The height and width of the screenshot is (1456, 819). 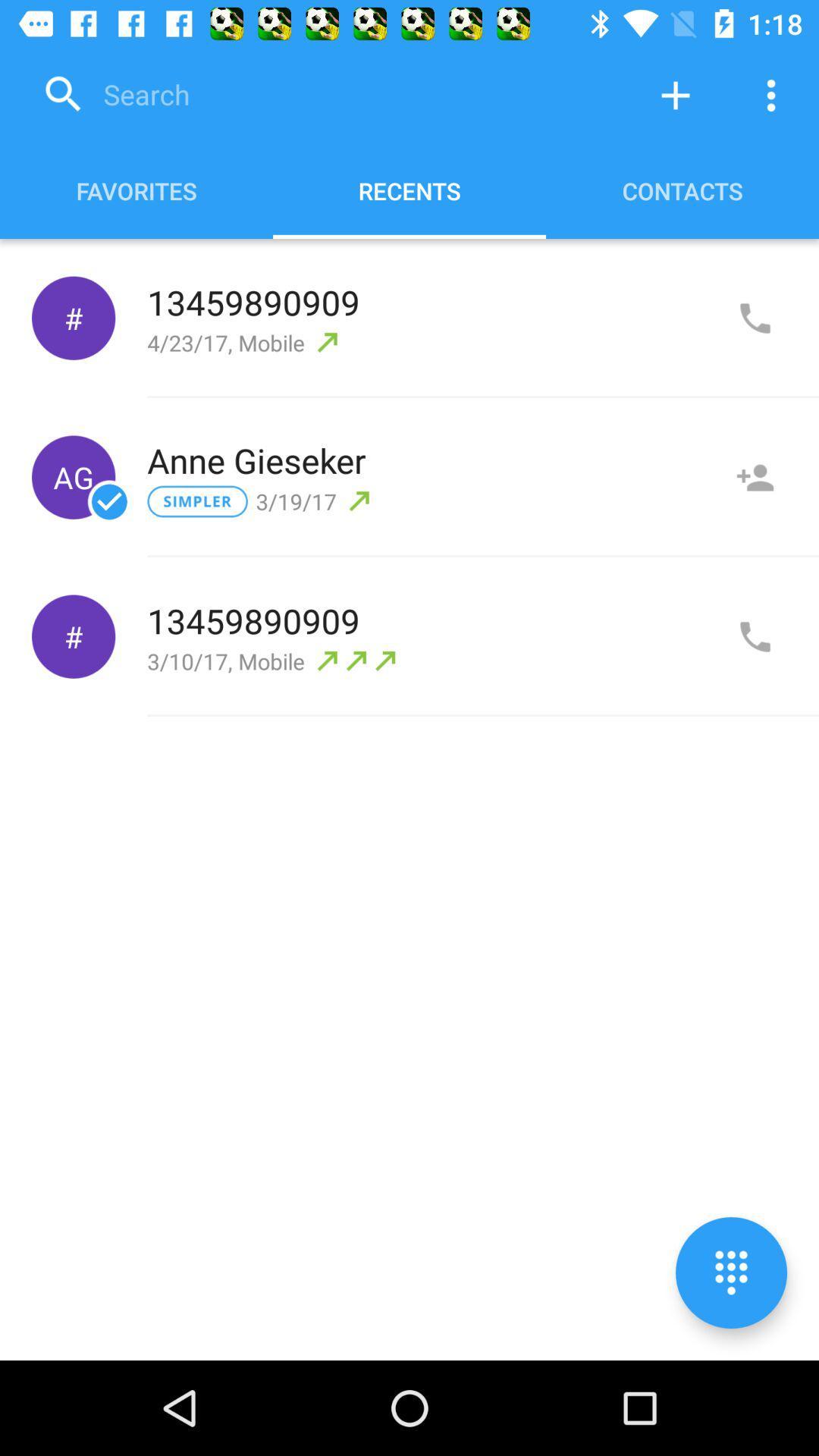 I want to click on call button, so click(x=755, y=637).